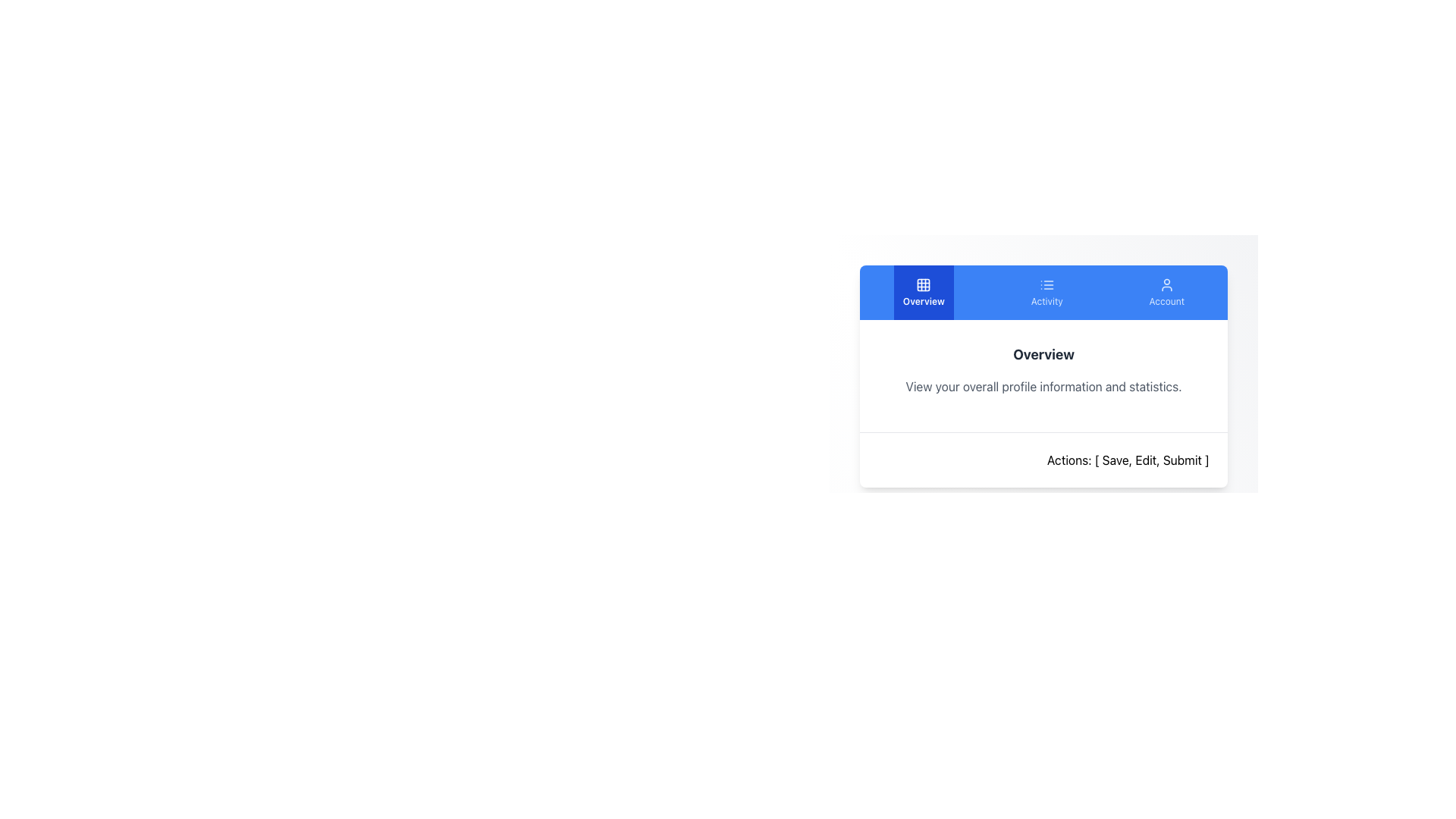  What do you see at coordinates (1166, 301) in the screenshot?
I see `the 'Account' text label in the navigation menu, which serves as a label for the associated user profile icon above it, located at the top-right segment of the interface` at bounding box center [1166, 301].